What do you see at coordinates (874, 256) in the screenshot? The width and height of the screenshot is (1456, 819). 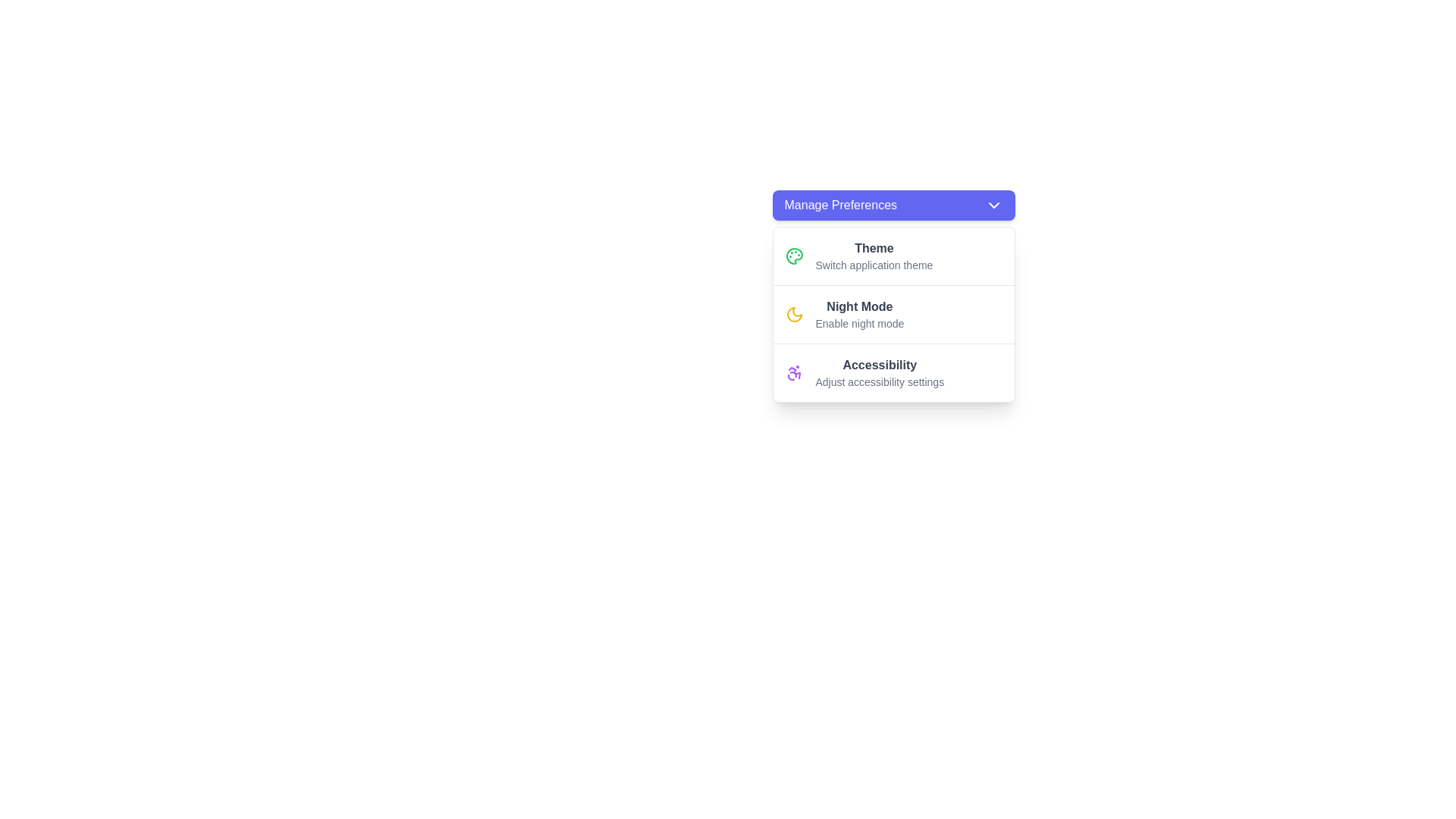 I see `the Text label with description located at the top of the dropdown menu under the 'Manage Preferences' section, which is directly above the 'Night Mode' option` at bounding box center [874, 256].